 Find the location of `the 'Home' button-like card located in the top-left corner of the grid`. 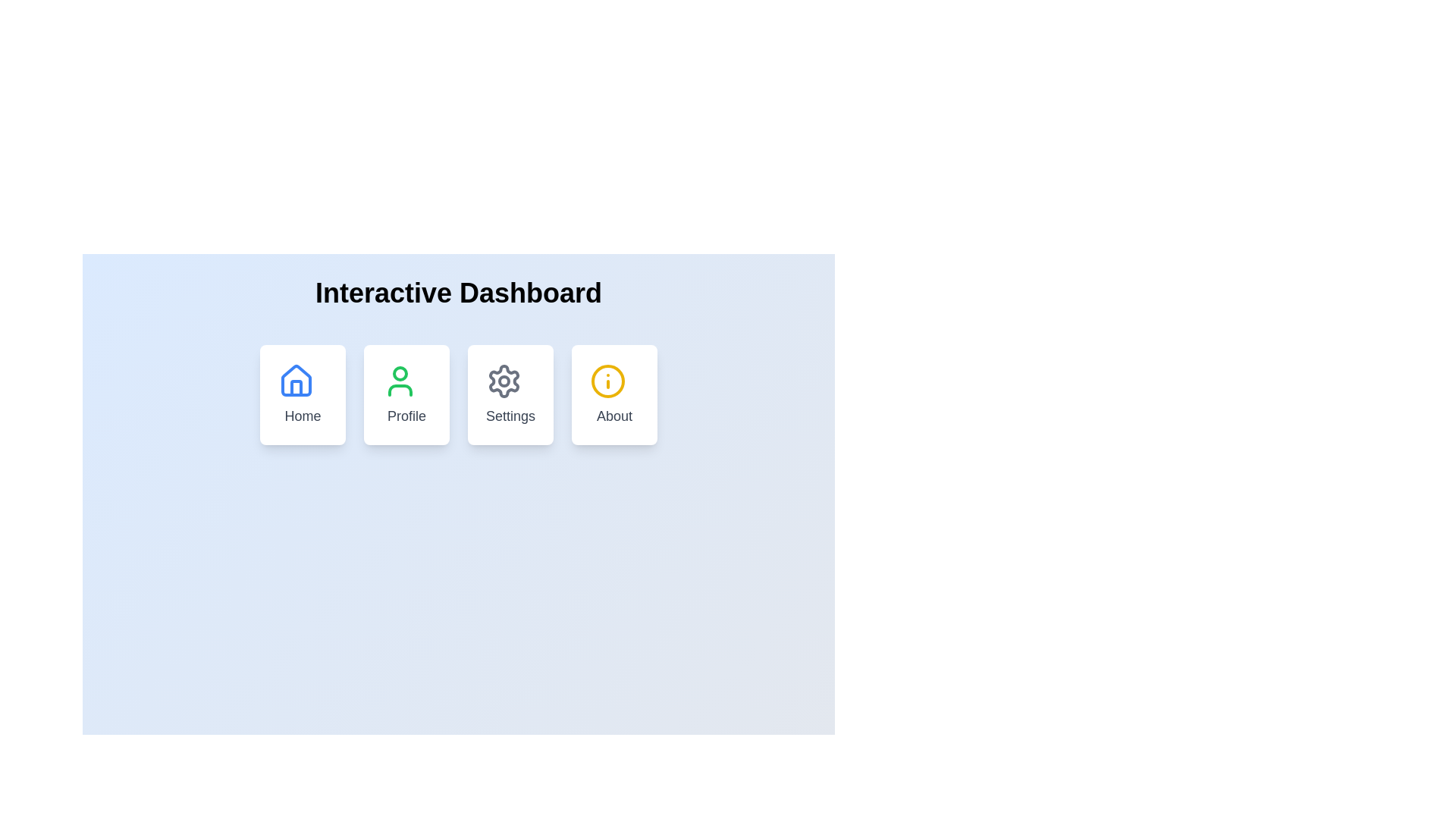

the 'Home' button-like card located in the top-left corner of the grid is located at coordinates (303, 394).